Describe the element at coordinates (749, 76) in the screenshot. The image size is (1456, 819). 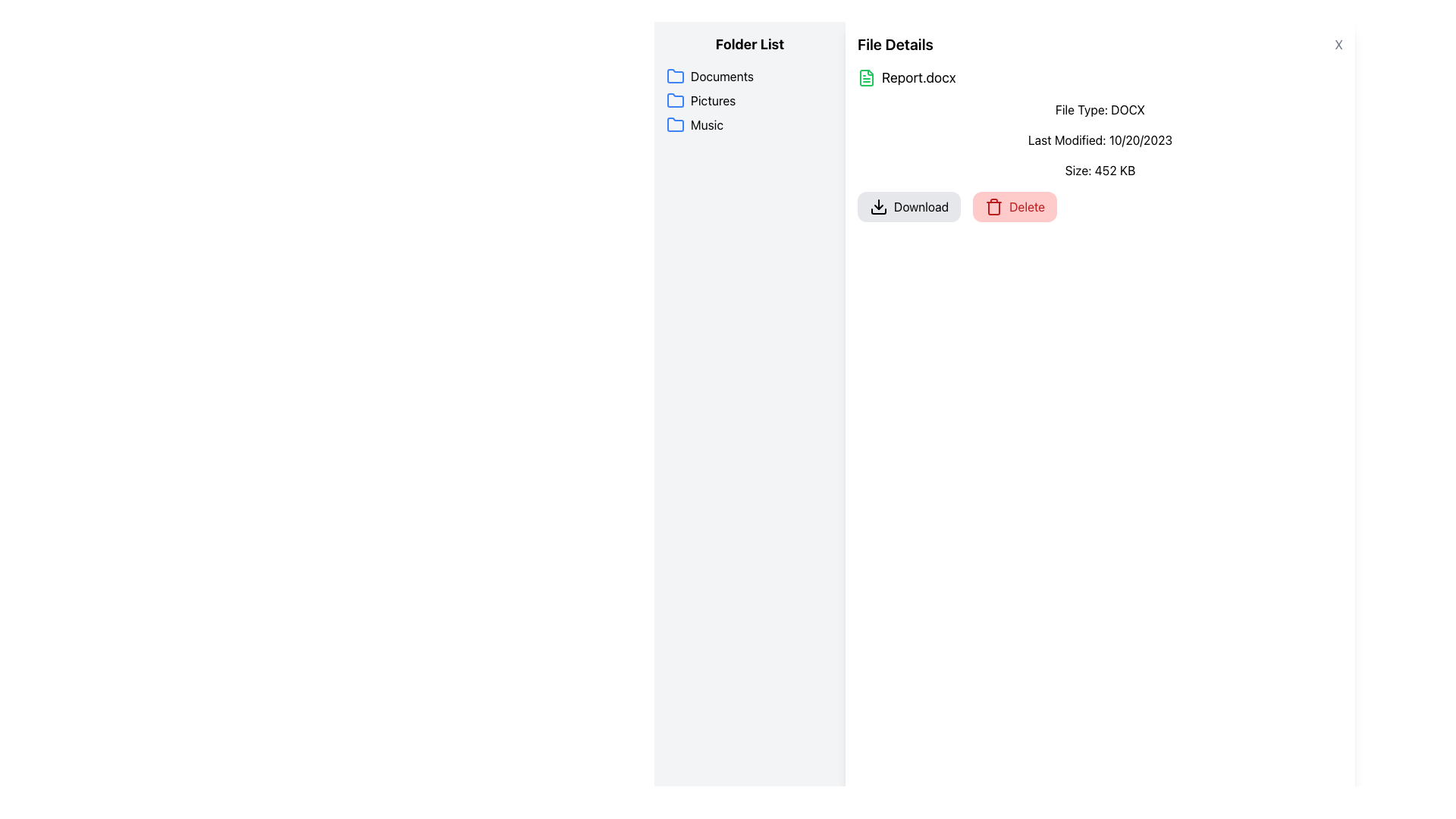
I see `the 'Documents' label, which is the first item in the 'Folder List' section` at that location.